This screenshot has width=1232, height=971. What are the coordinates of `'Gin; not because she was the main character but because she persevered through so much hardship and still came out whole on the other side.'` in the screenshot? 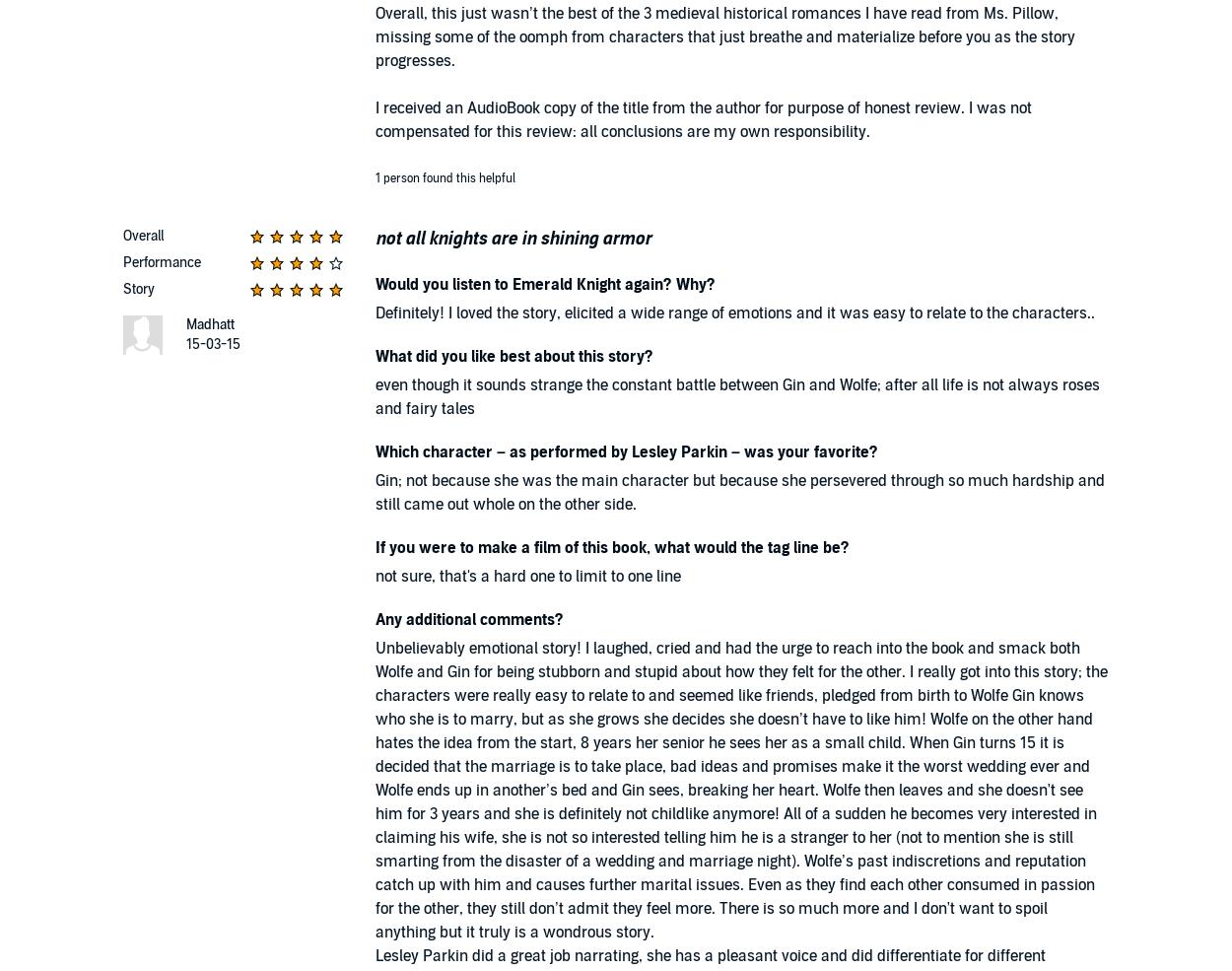 It's located at (740, 492).